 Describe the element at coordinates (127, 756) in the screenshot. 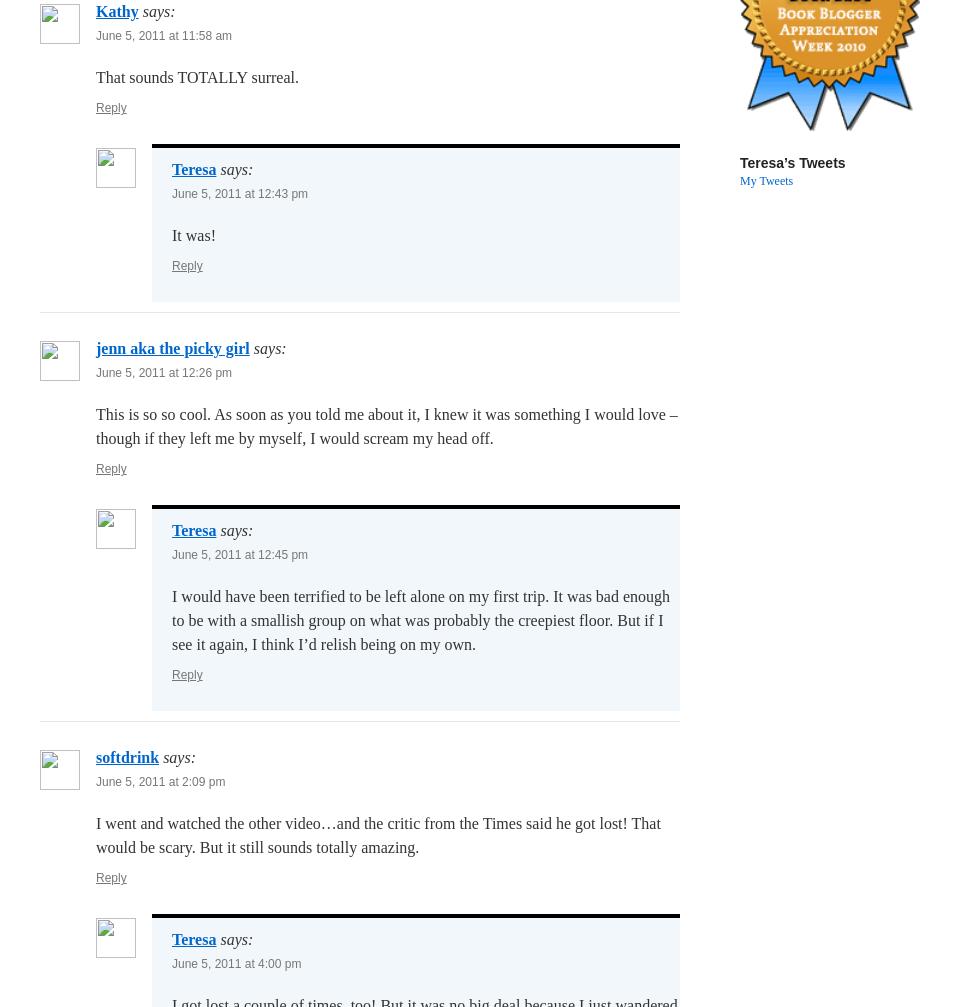

I see `'softdrink'` at that location.